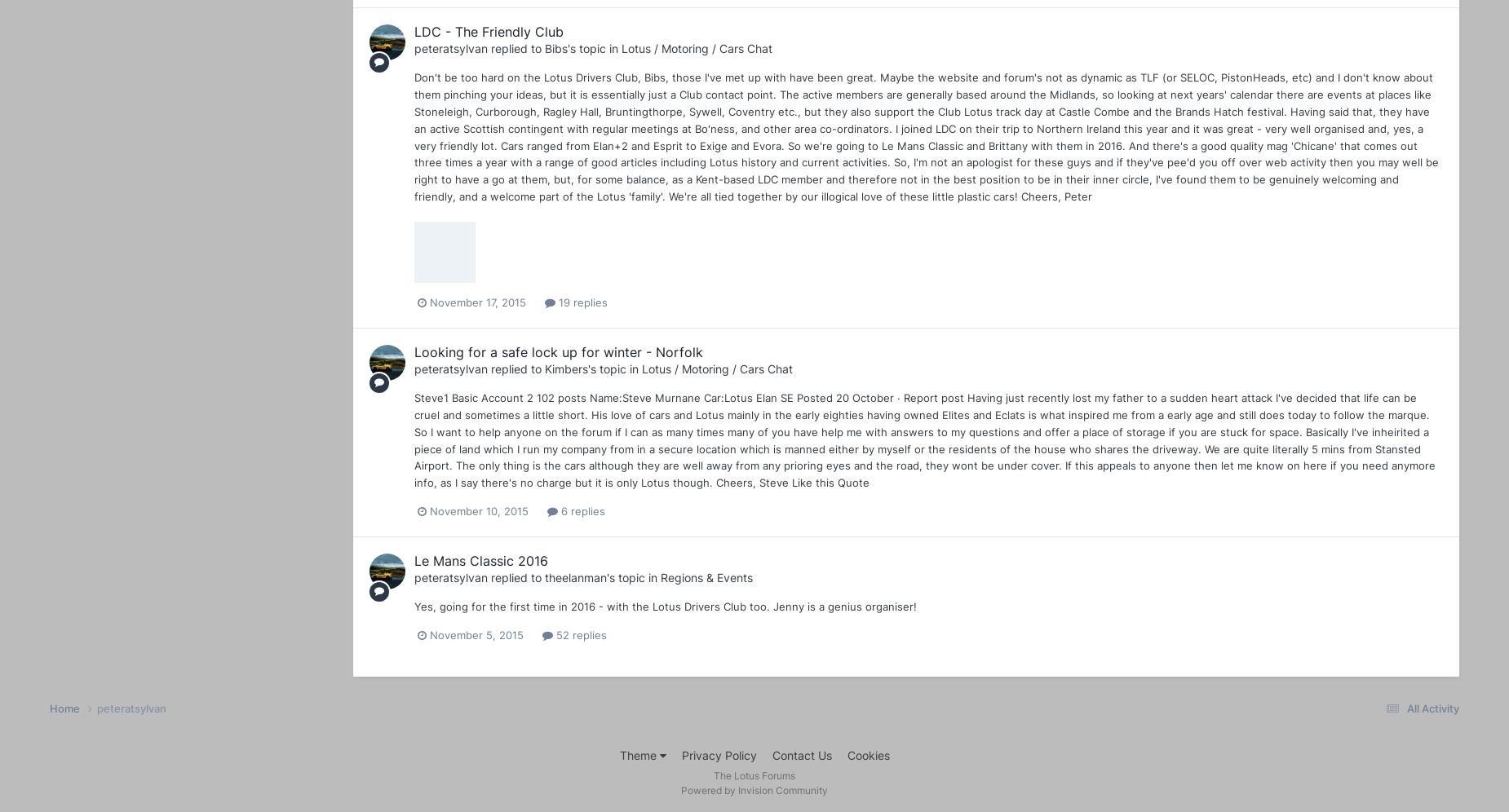 This screenshot has width=1509, height=812. What do you see at coordinates (846, 755) in the screenshot?
I see `'Cookies'` at bounding box center [846, 755].